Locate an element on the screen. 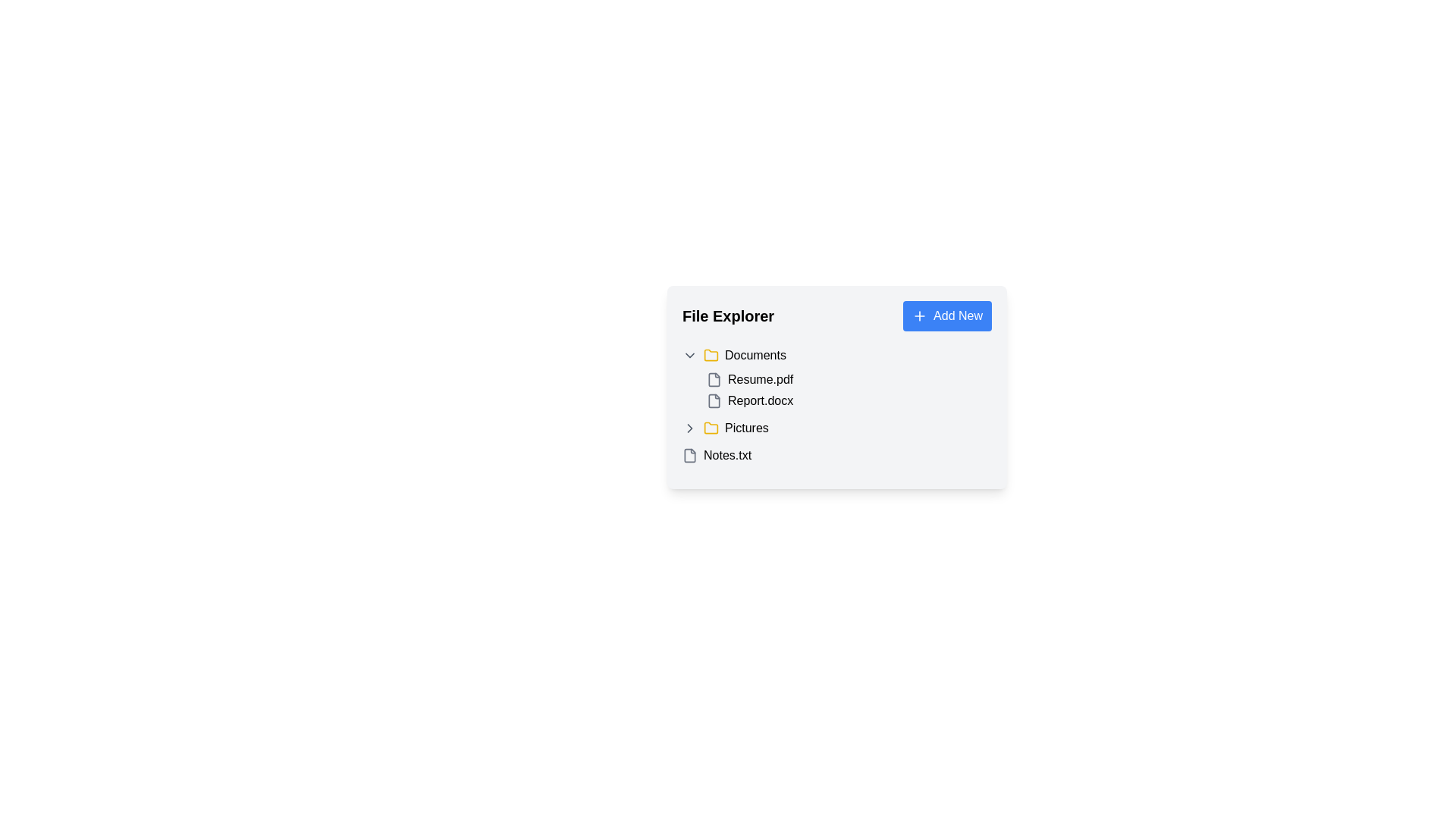  the Toggle icon (chevron-down) for the 'Documents' folder is located at coordinates (689, 356).